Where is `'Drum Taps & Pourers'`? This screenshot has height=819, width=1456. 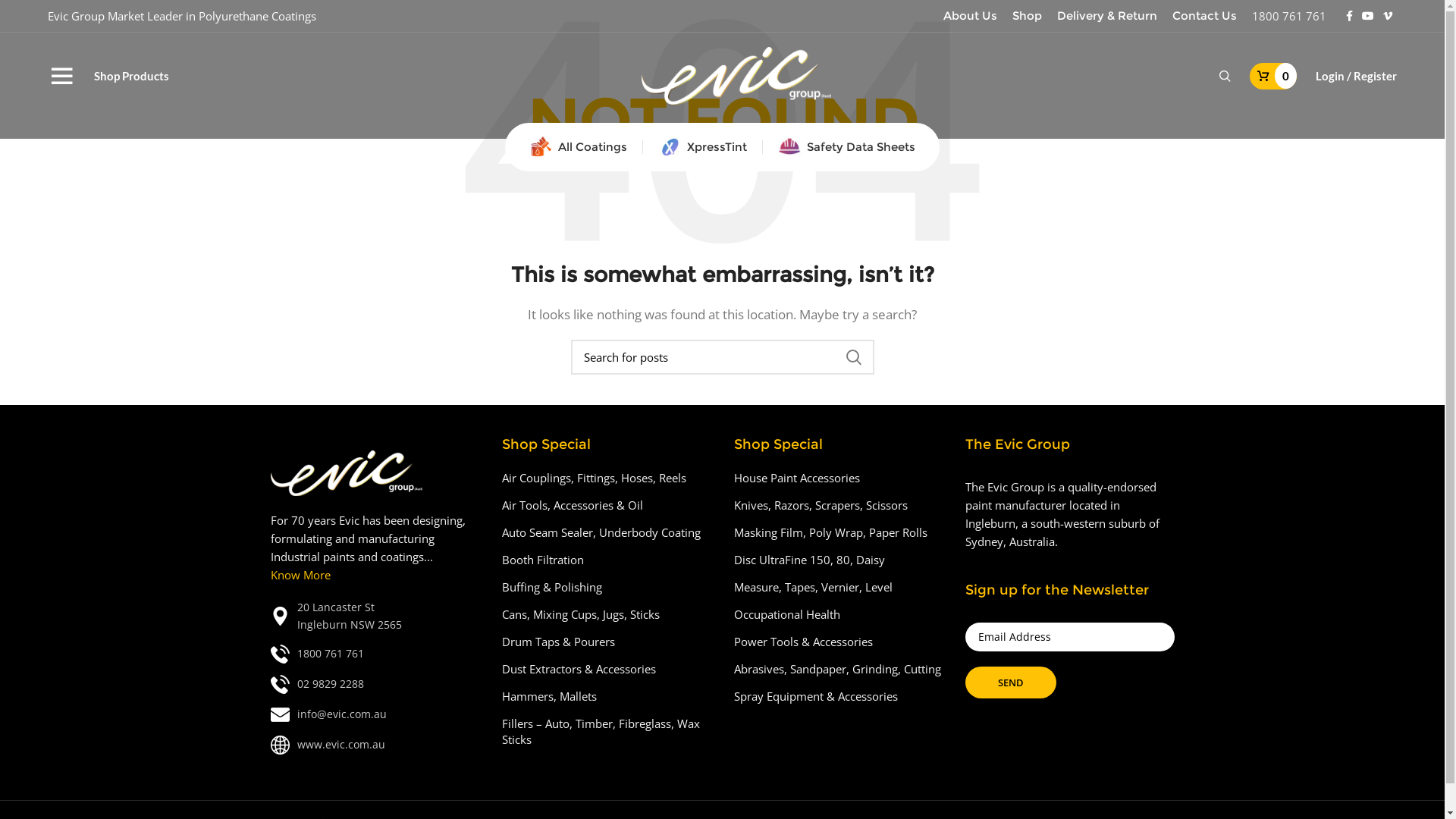 'Drum Taps & Pourers' is located at coordinates (502, 642).